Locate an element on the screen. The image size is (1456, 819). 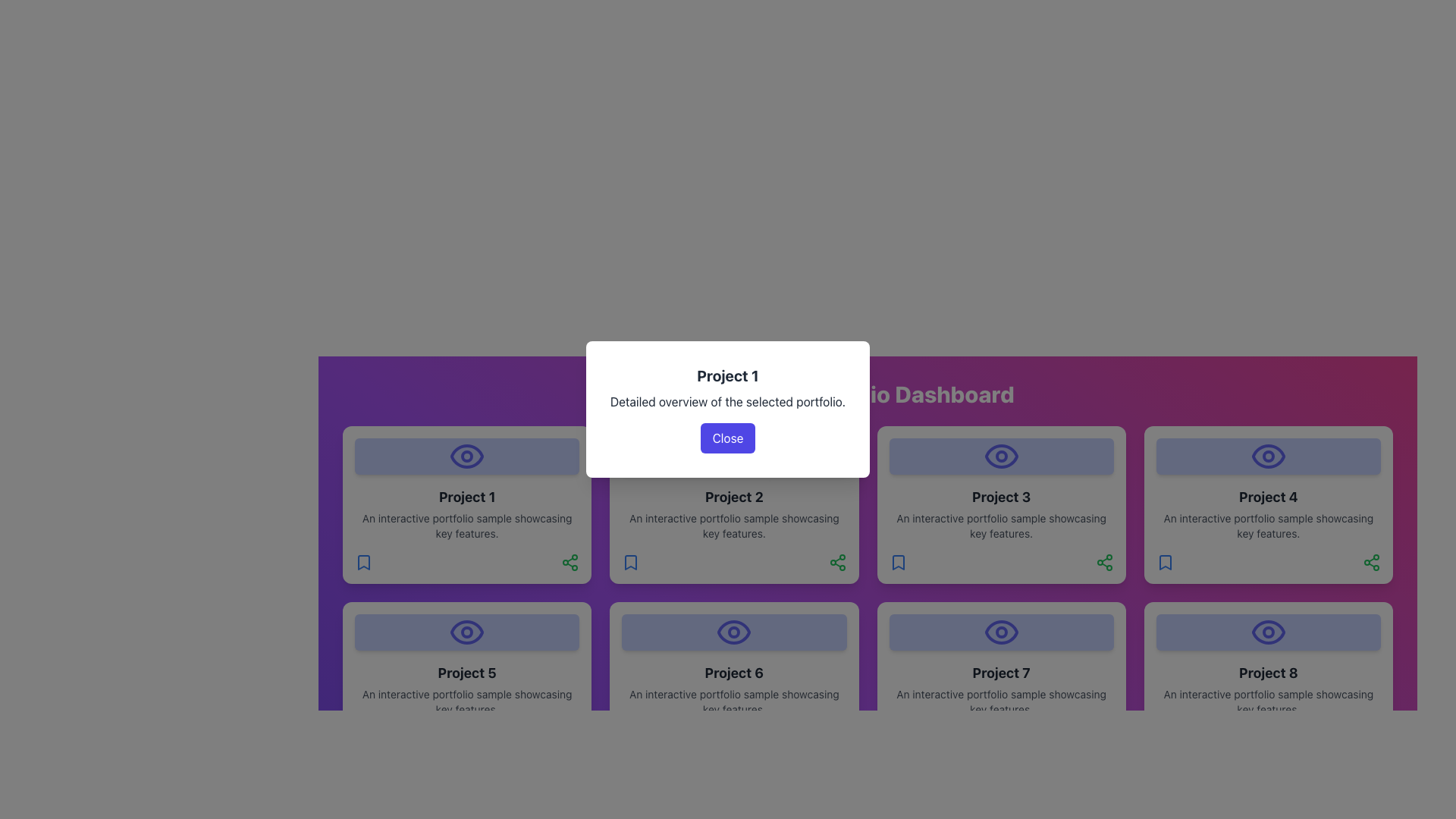
the text label providing additional information related to 'Project 4', located within the fourth card in the top row is located at coordinates (1268, 526).